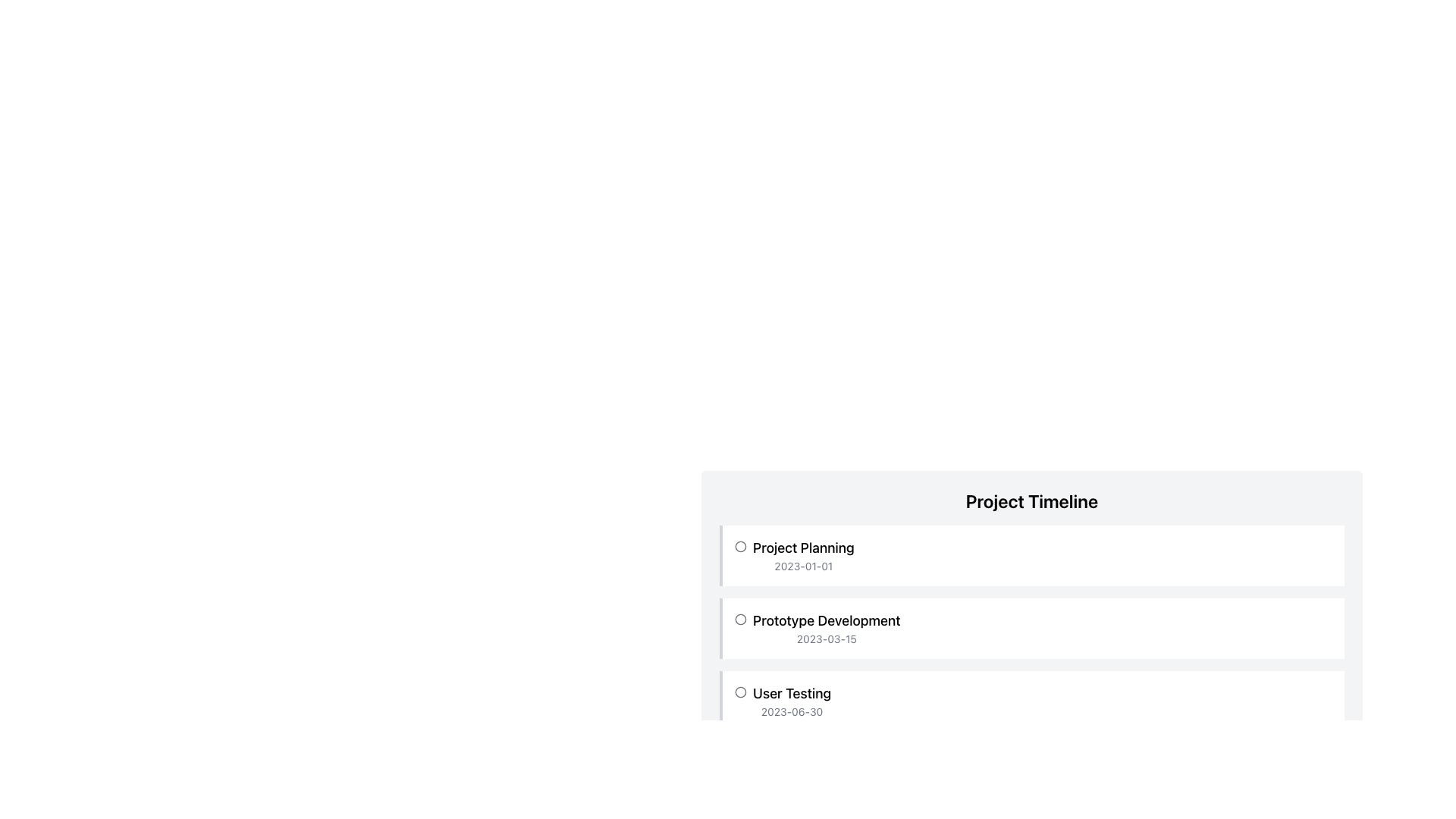 Image resolution: width=1456 pixels, height=819 pixels. What do you see at coordinates (741, 692) in the screenshot?
I see `the circular graphic element within the SVG that is styled in a grayish color, located under the 'User Testing' section of the timeline interface` at bounding box center [741, 692].